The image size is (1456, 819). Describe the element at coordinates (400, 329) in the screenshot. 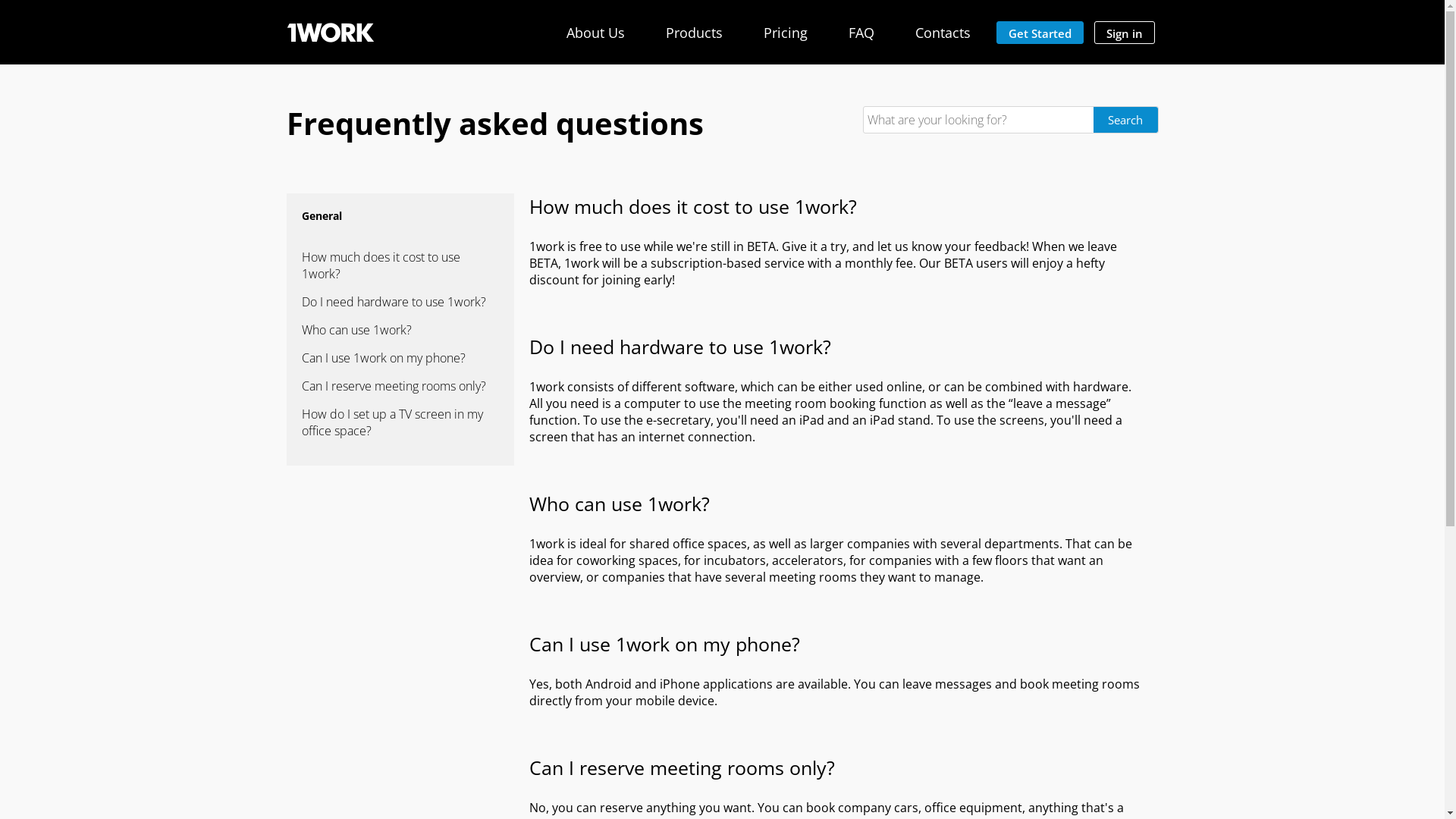

I see `'Who can use 1work?'` at that location.